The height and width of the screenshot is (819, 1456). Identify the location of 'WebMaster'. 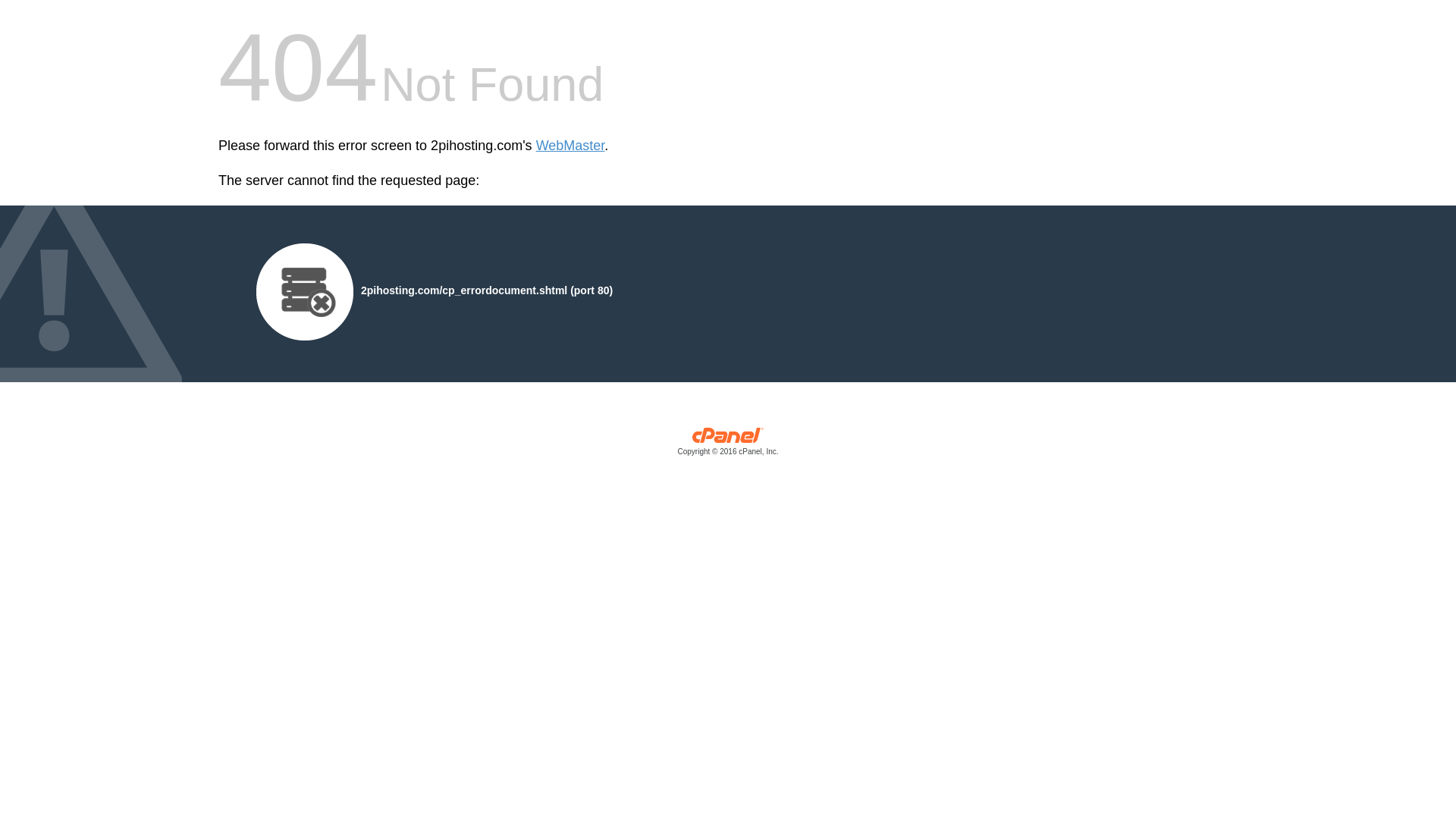
(570, 146).